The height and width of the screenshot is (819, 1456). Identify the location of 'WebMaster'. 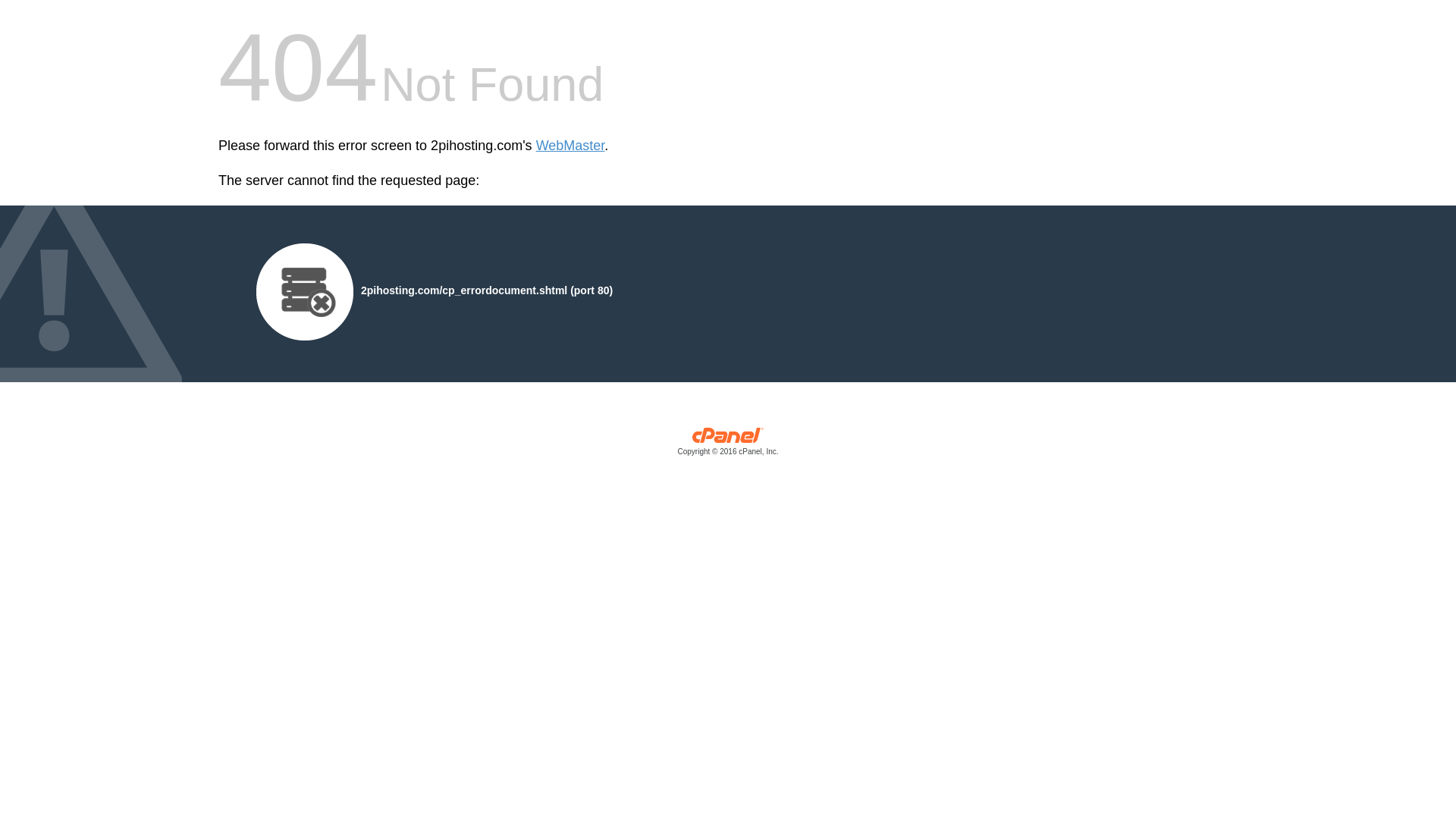
(570, 146).